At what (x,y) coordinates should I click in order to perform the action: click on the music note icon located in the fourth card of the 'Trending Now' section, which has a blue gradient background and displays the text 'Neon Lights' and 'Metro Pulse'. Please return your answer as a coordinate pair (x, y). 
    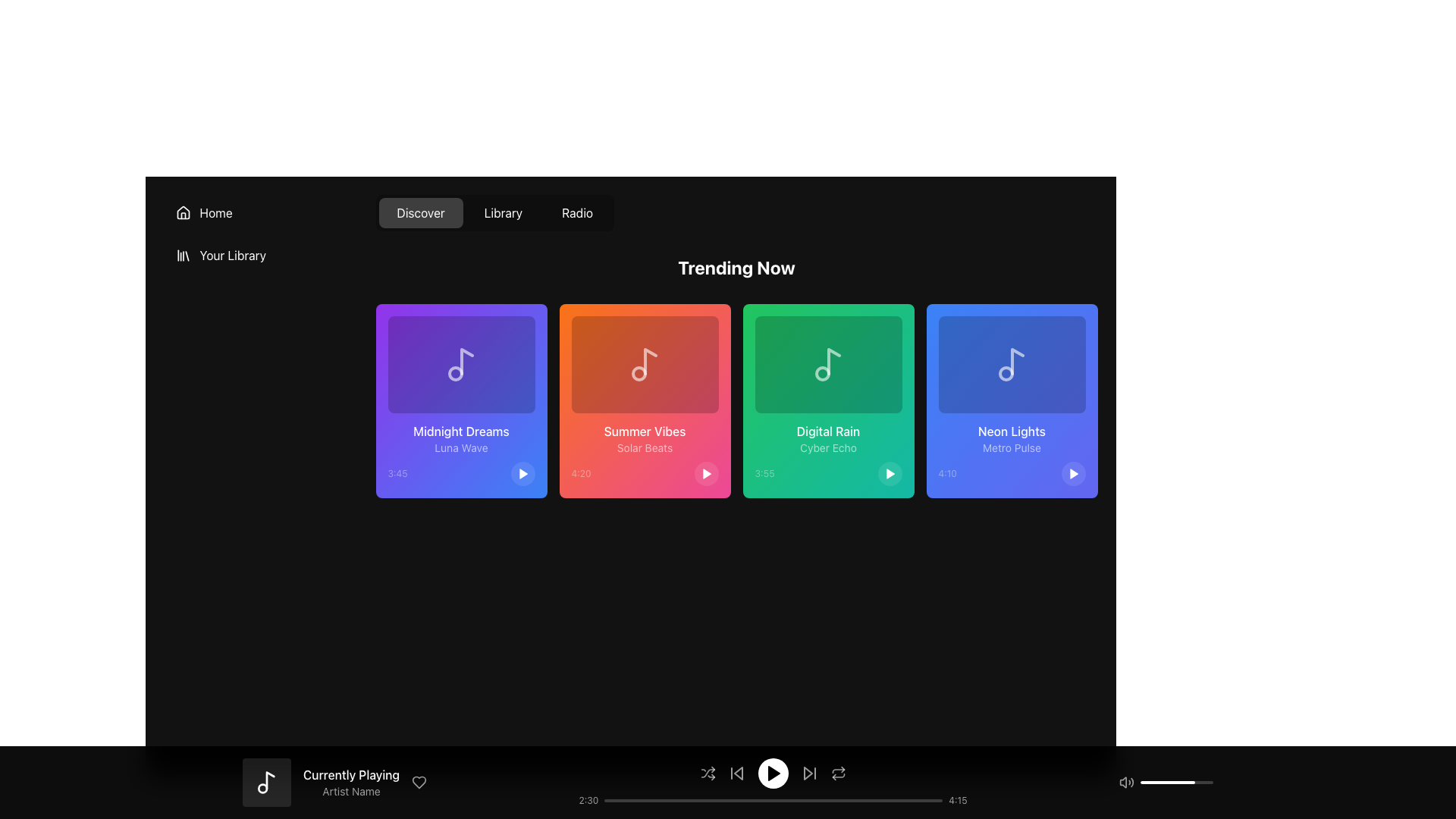
    Looking at the image, I should click on (1012, 365).